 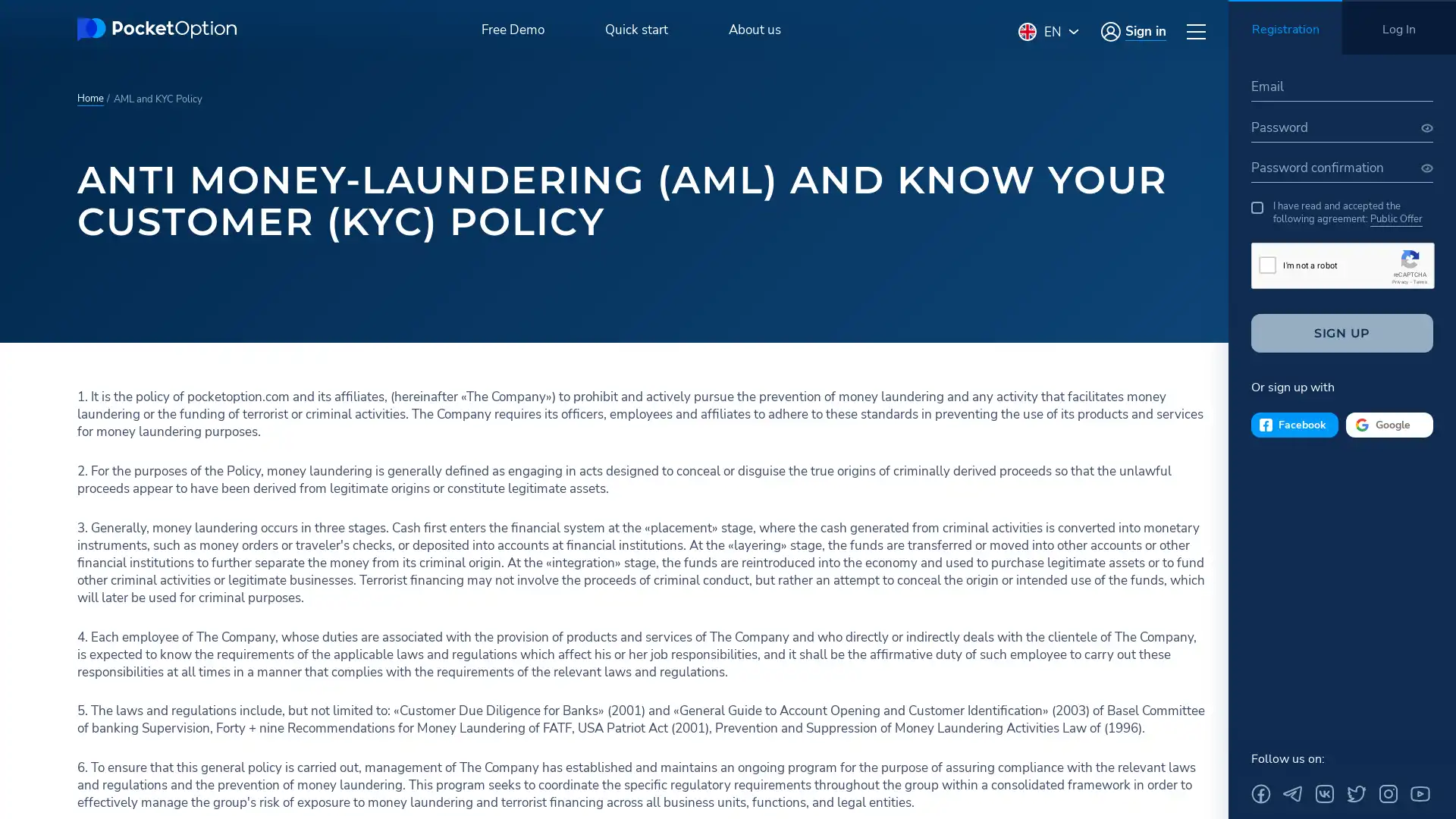 I want to click on SIGN UP, so click(x=1342, y=332).